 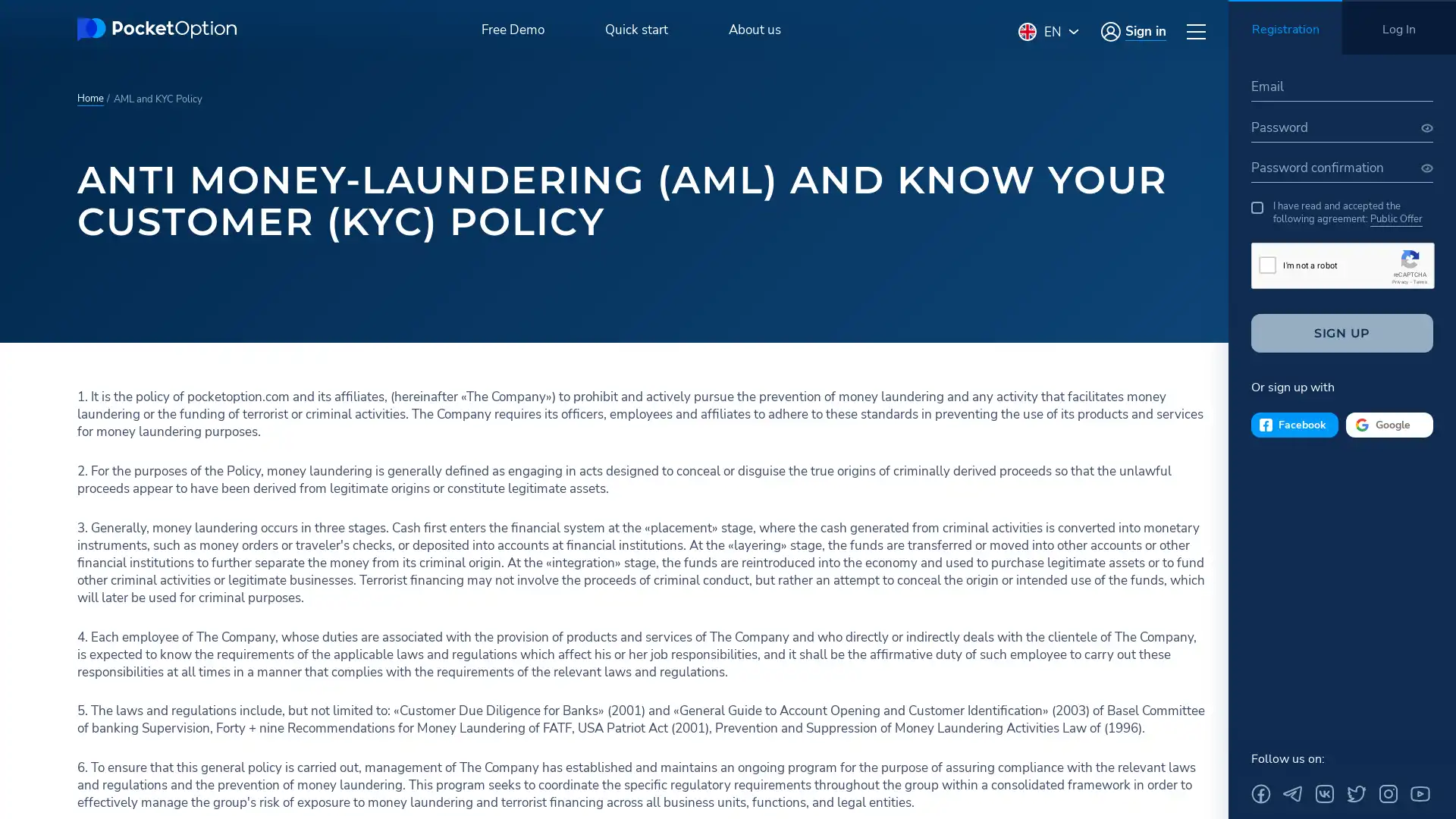 I want to click on SIGN UP, so click(x=1342, y=332).